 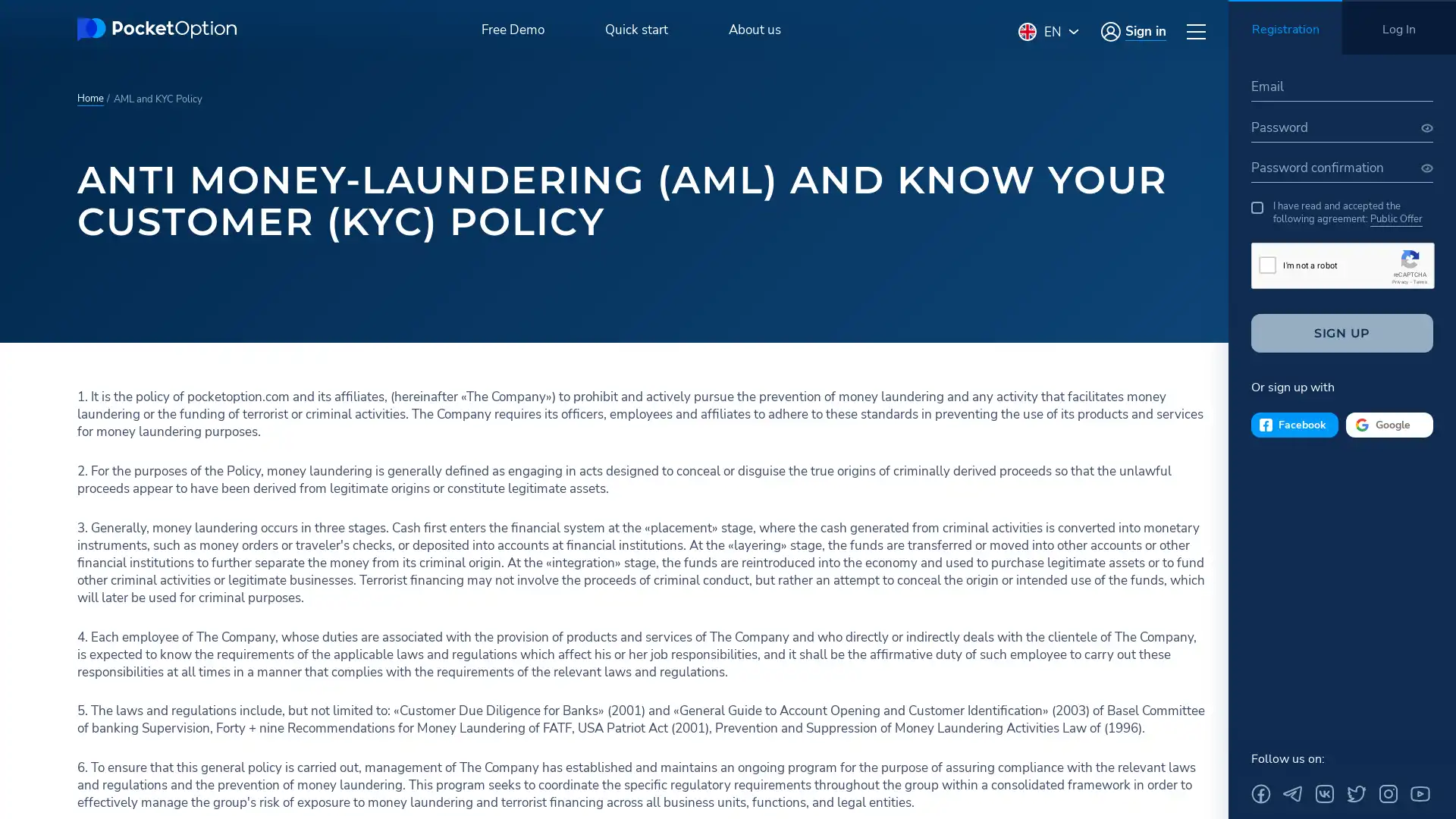 I want to click on SIGN UP, so click(x=1342, y=332).